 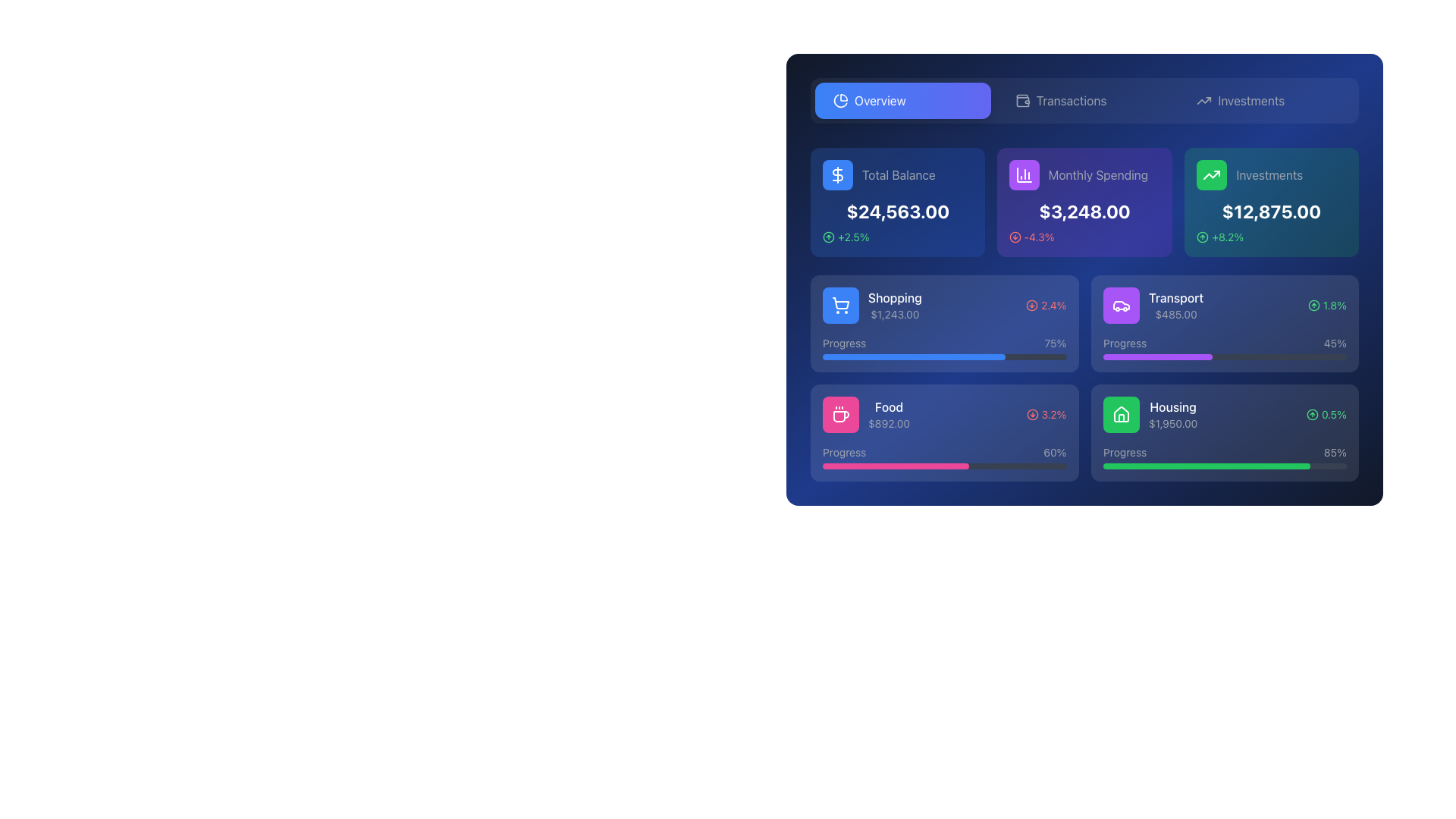 I want to click on the progress bar located within the 'Shopping' card, directly below the title 'Progress' and to the left of the 75% value, so click(x=943, y=356).